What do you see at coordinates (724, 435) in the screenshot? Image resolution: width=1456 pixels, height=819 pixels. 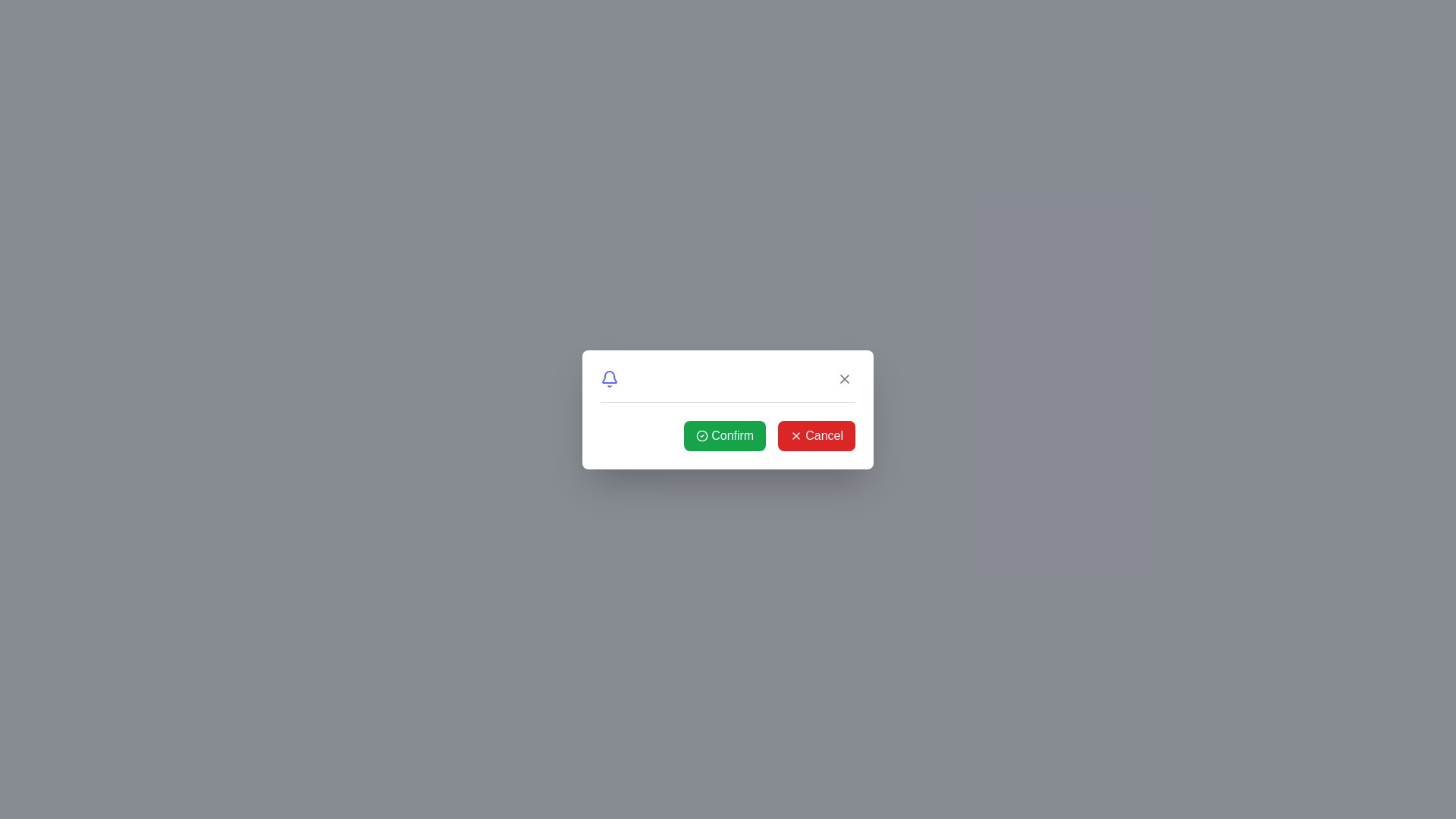 I see `the green 'Confirm' button with rounded edges and white text` at bounding box center [724, 435].